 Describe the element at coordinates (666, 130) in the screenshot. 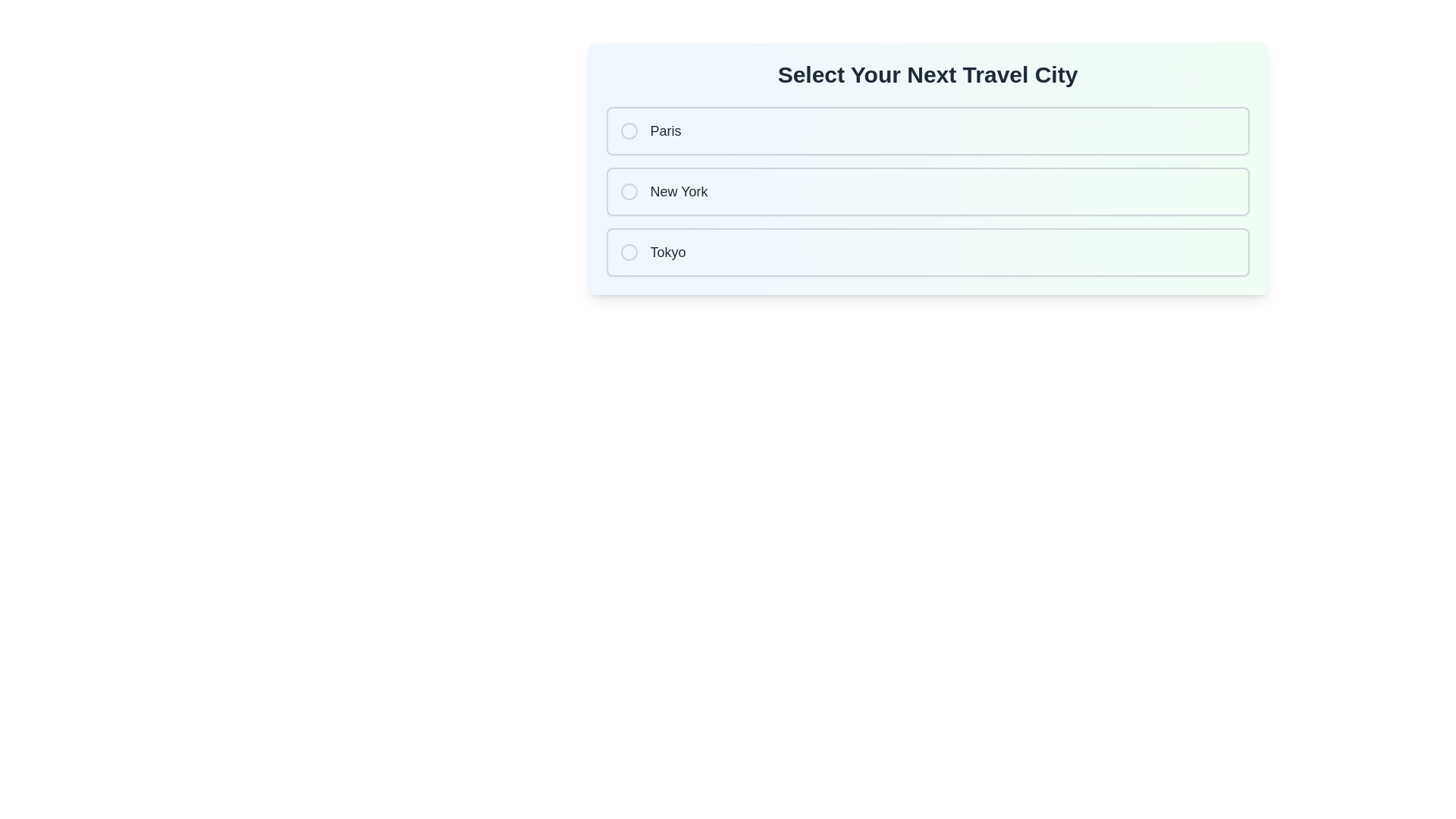

I see `the static text label displaying 'Paris' which is the first selectable option in the radio button list titled 'Select Your Next Travel City'` at that location.